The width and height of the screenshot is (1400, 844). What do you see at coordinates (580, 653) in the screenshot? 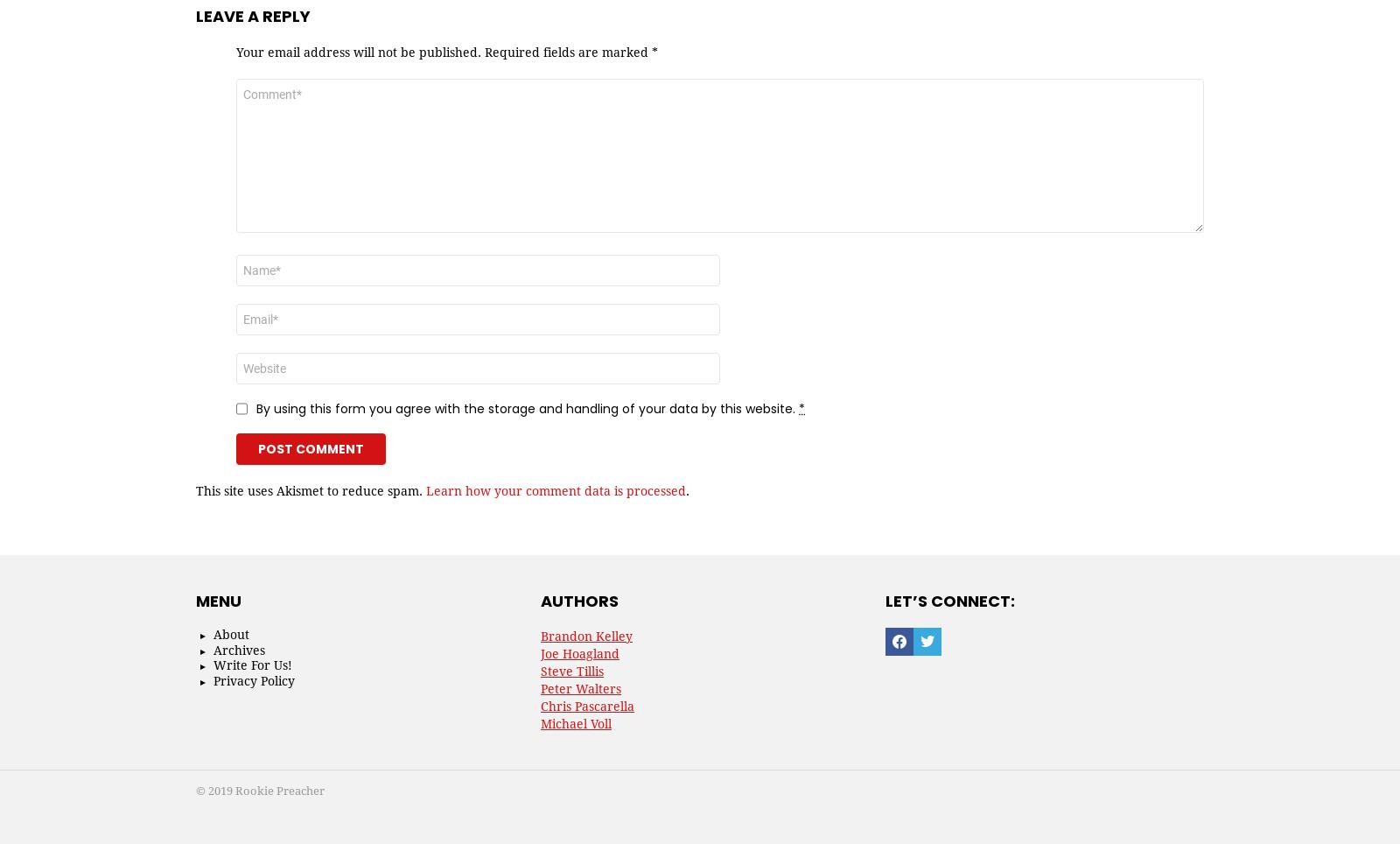
I see `'Joe Hoagland'` at bounding box center [580, 653].